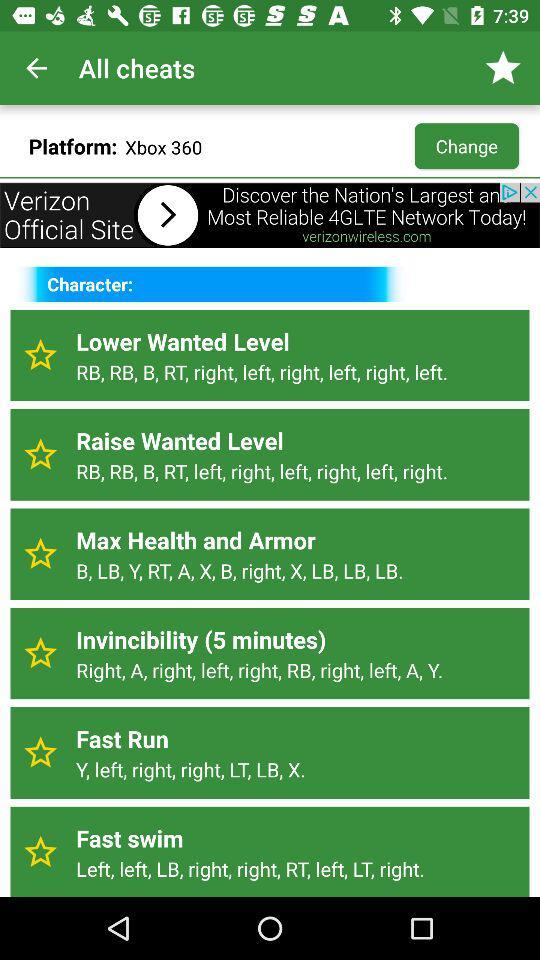 The image size is (540, 960). What do you see at coordinates (40, 554) in the screenshot?
I see `the star icon` at bounding box center [40, 554].